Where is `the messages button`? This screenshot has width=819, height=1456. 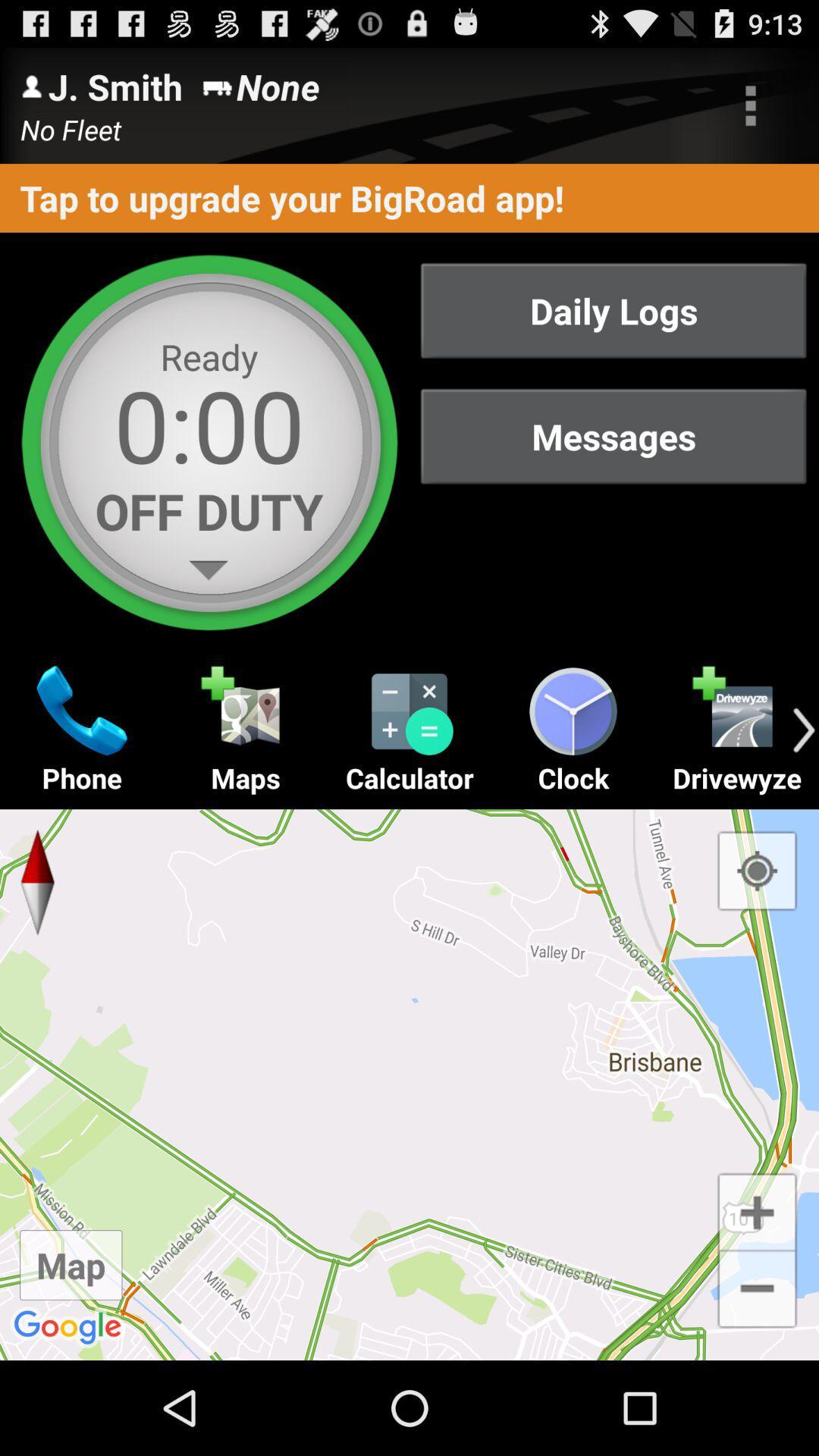
the messages button is located at coordinates (613, 435).